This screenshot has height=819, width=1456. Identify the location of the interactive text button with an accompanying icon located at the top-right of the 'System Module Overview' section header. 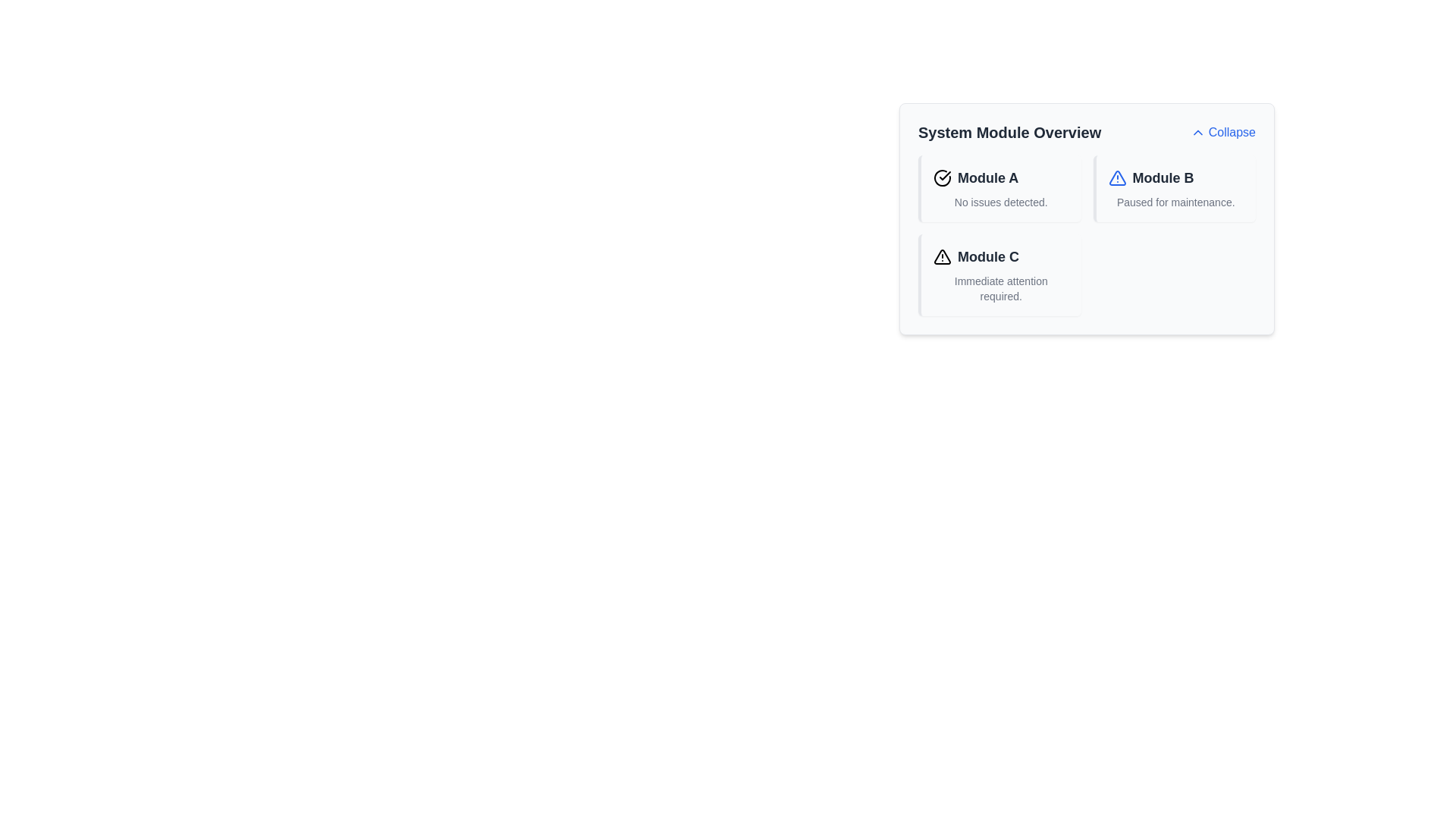
(1222, 131).